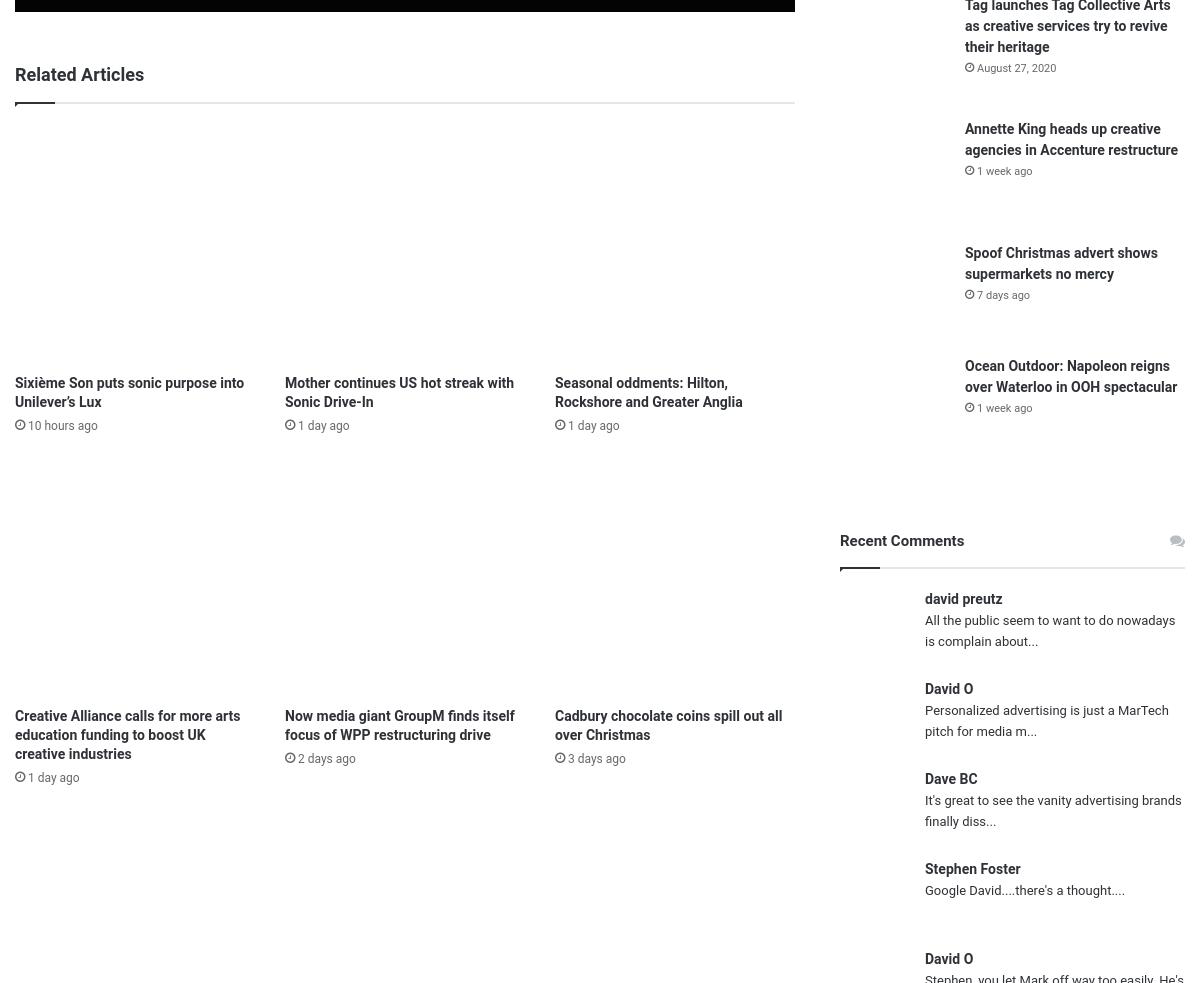 The image size is (1200, 983). Describe the element at coordinates (1070, 374) in the screenshot. I see `'Ocean Outdoor:  Napoleon reigns over Waterloo in OOH spectacular'` at that location.